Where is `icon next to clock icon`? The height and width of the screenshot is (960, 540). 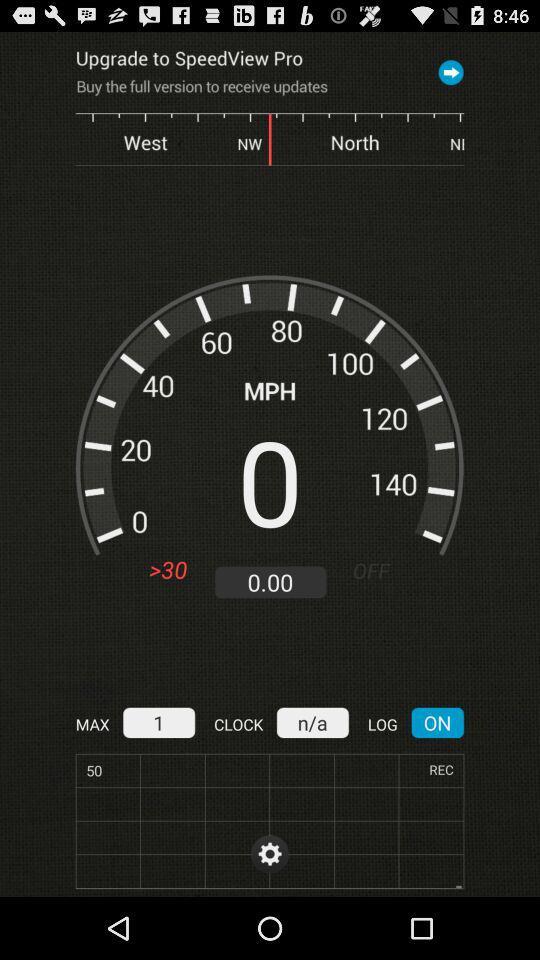 icon next to clock icon is located at coordinates (157, 721).